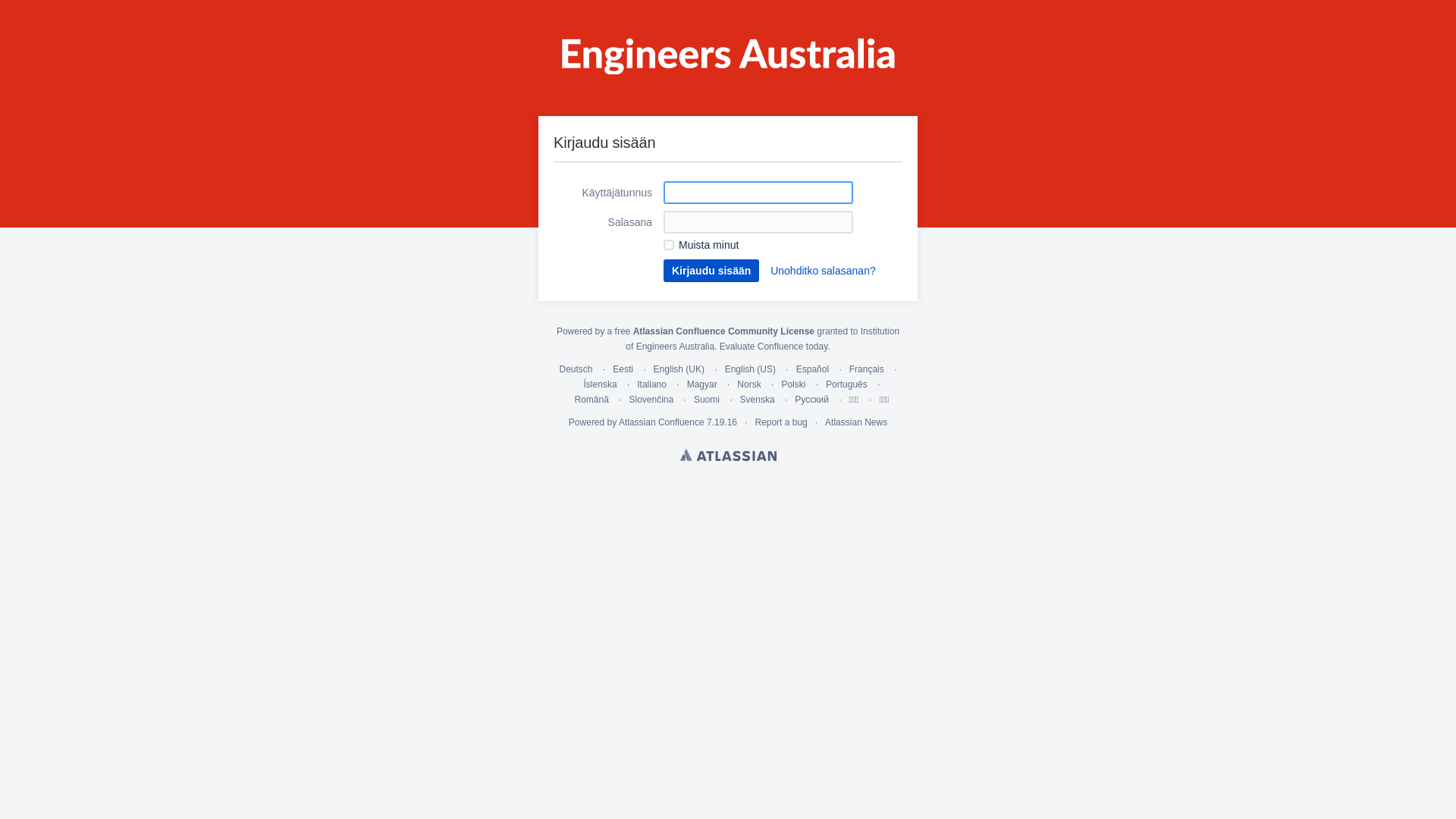 The height and width of the screenshot is (819, 1456). Describe the element at coordinates (750, 369) in the screenshot. I see `'English (US)'` at that location.